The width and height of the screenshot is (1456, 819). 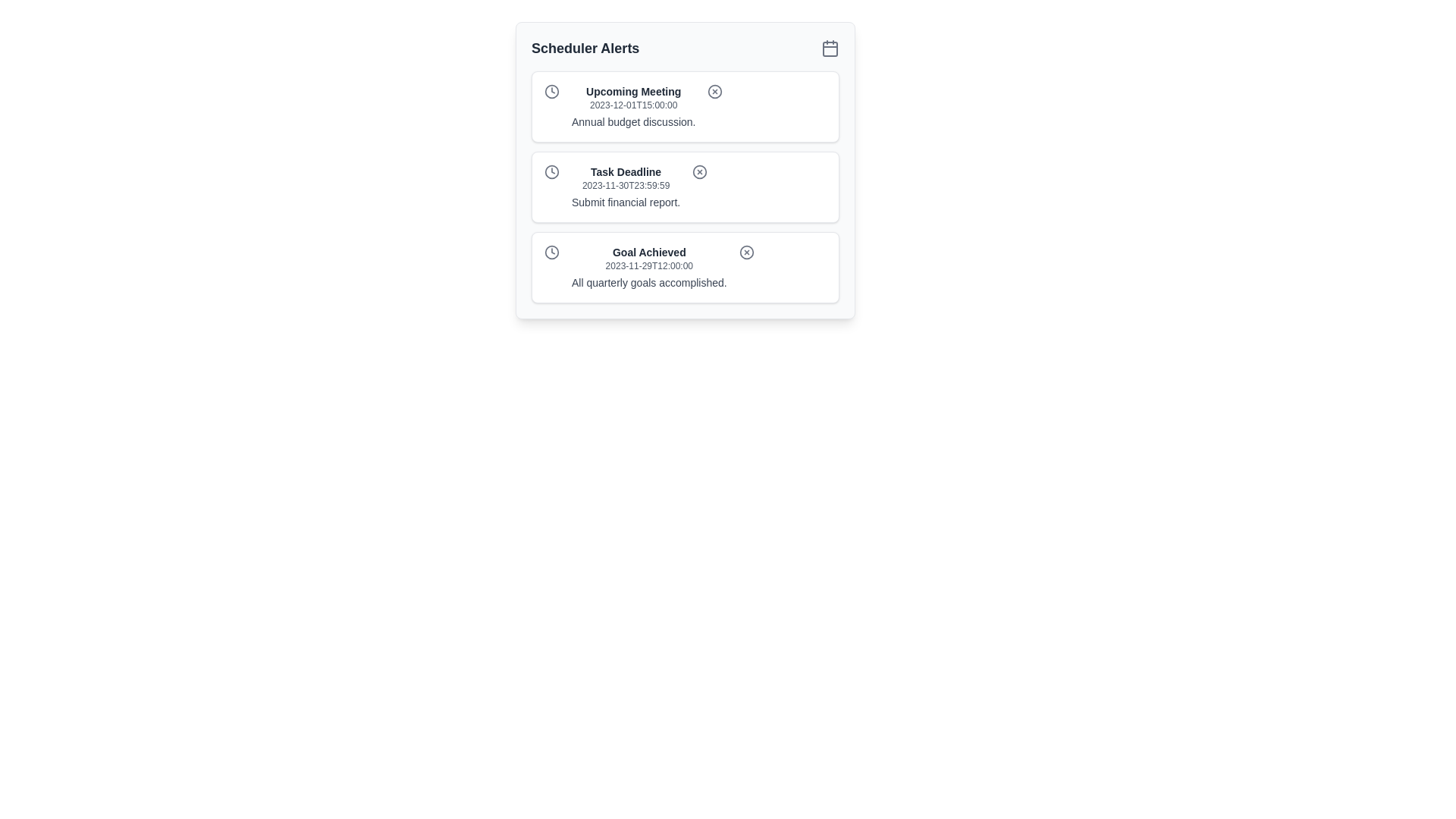 What do you see at coordinates (649, 267) in the screenshot?
I see `the Text Display Block that prominently features the heading 'Goal Achieved', with a timestamp and a descriptive line below it, located in the scheduler alerts panel` at bounding box center [649, 267].